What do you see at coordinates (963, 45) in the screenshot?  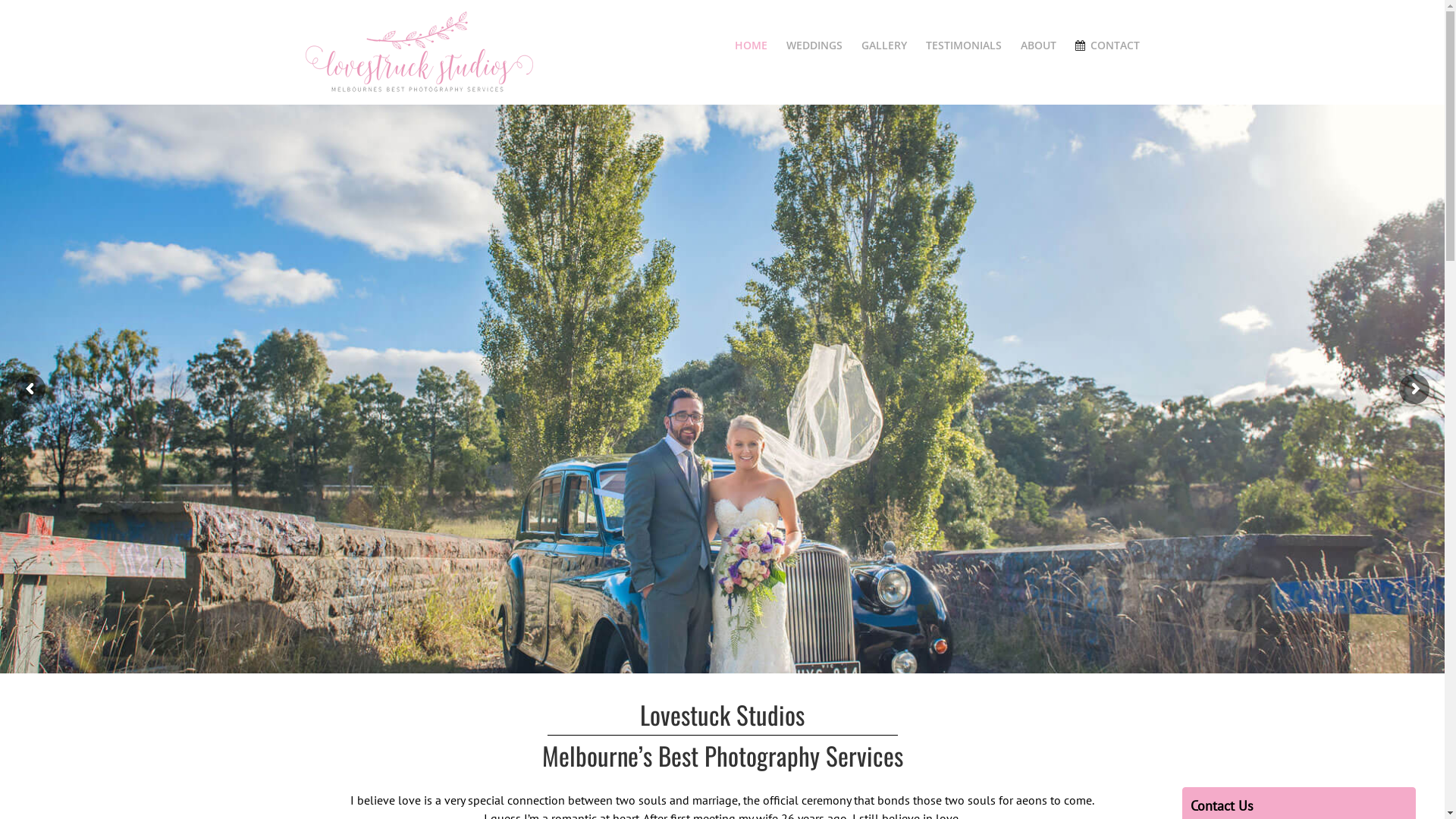 I see `'TESTIMONIALS'` at bounding box center [963, 45].